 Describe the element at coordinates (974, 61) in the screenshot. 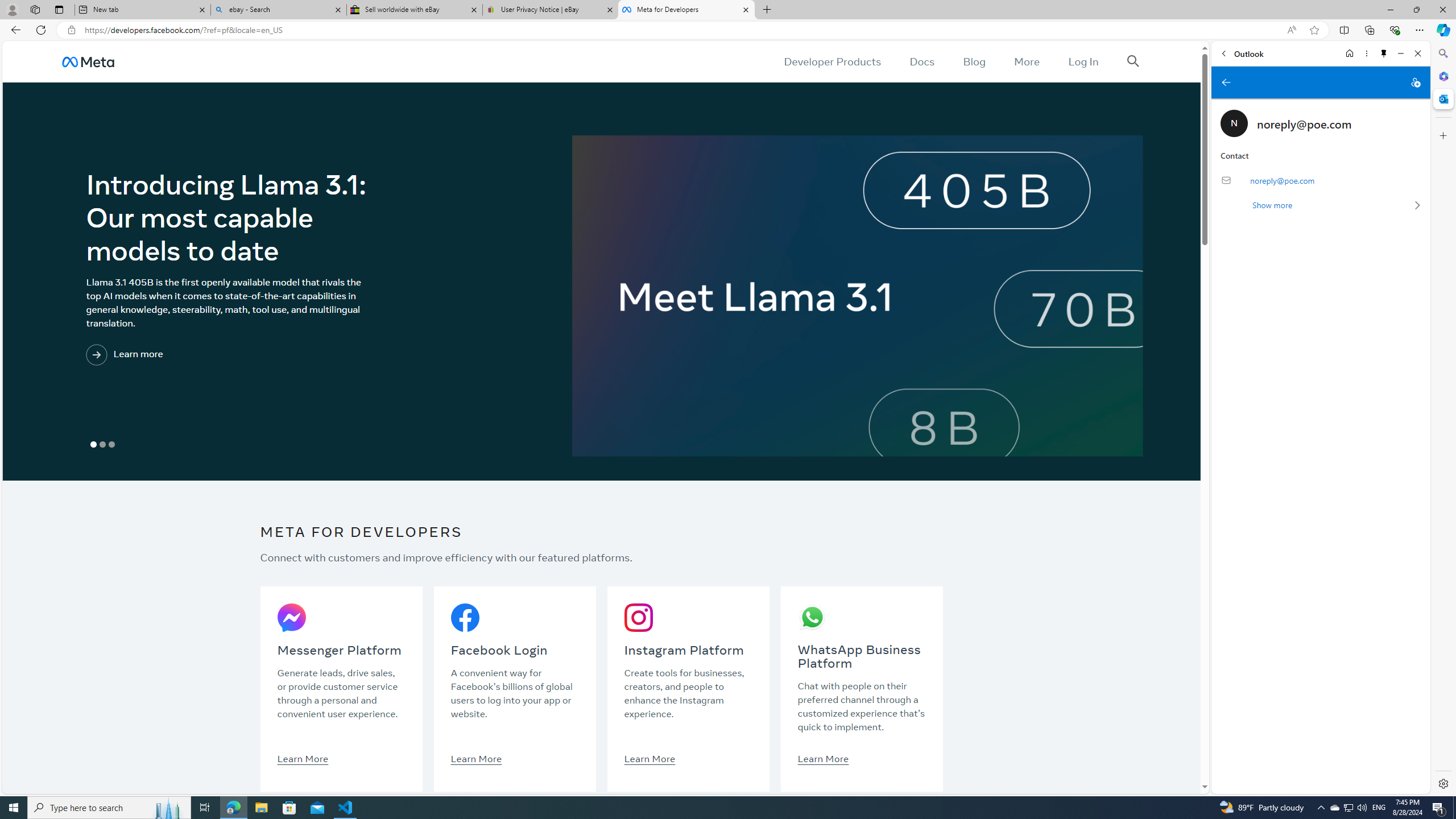

I see `'Blog'` at that location.